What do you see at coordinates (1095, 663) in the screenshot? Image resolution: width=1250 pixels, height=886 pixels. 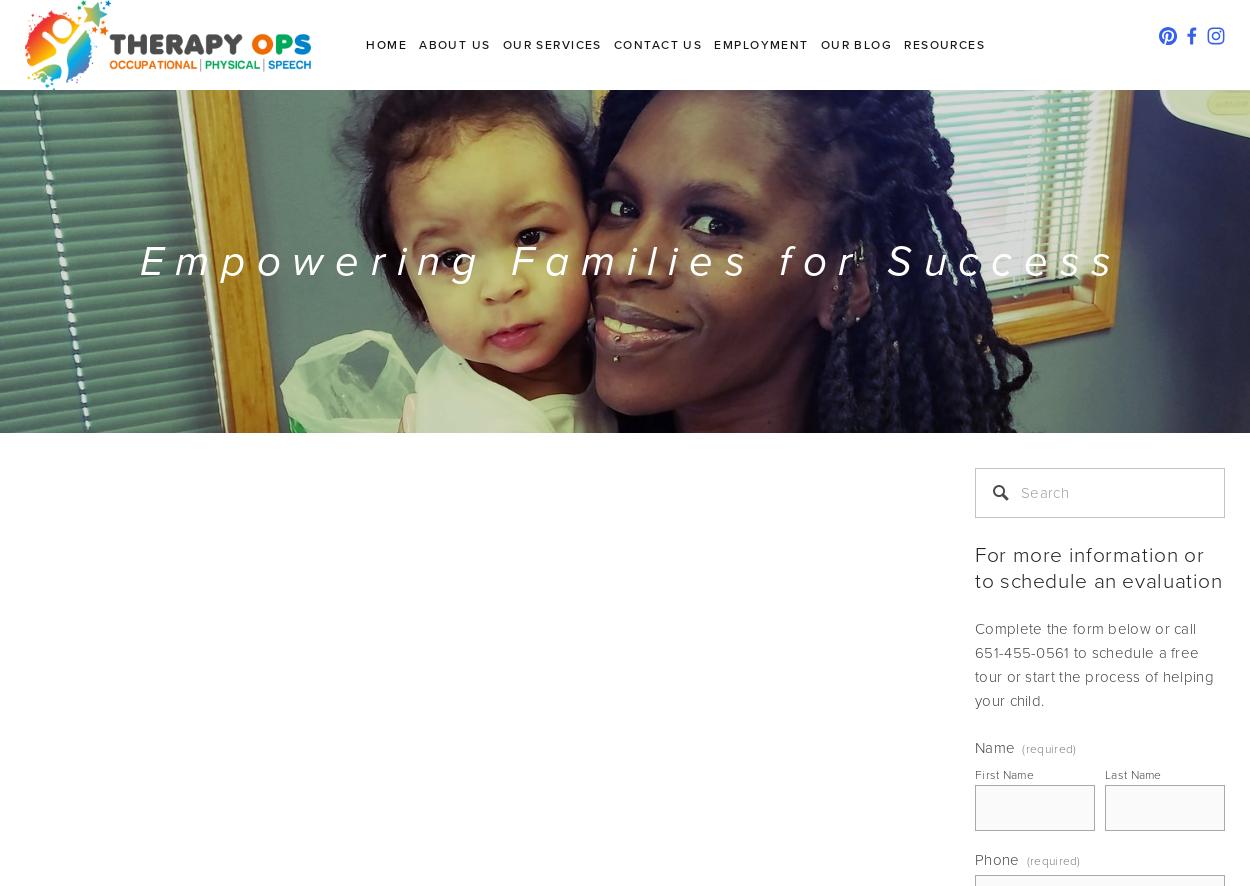 I see `'Complete the form below or call 651-455-0561 to schedule a free tour or start the process of helping your child.'` at bounding box center [1095, 663].